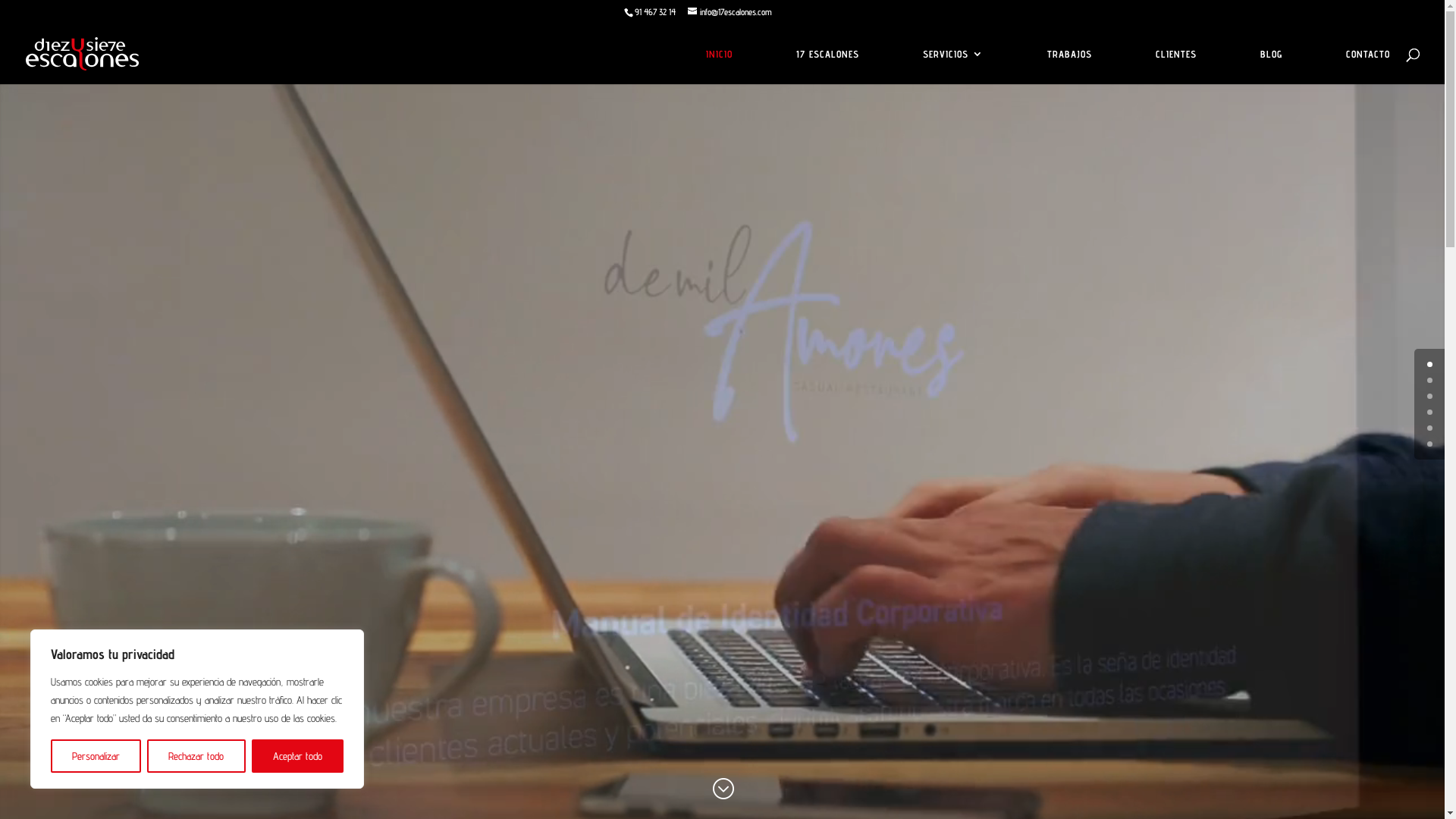  I want to click on '5', so click(1429, 444).